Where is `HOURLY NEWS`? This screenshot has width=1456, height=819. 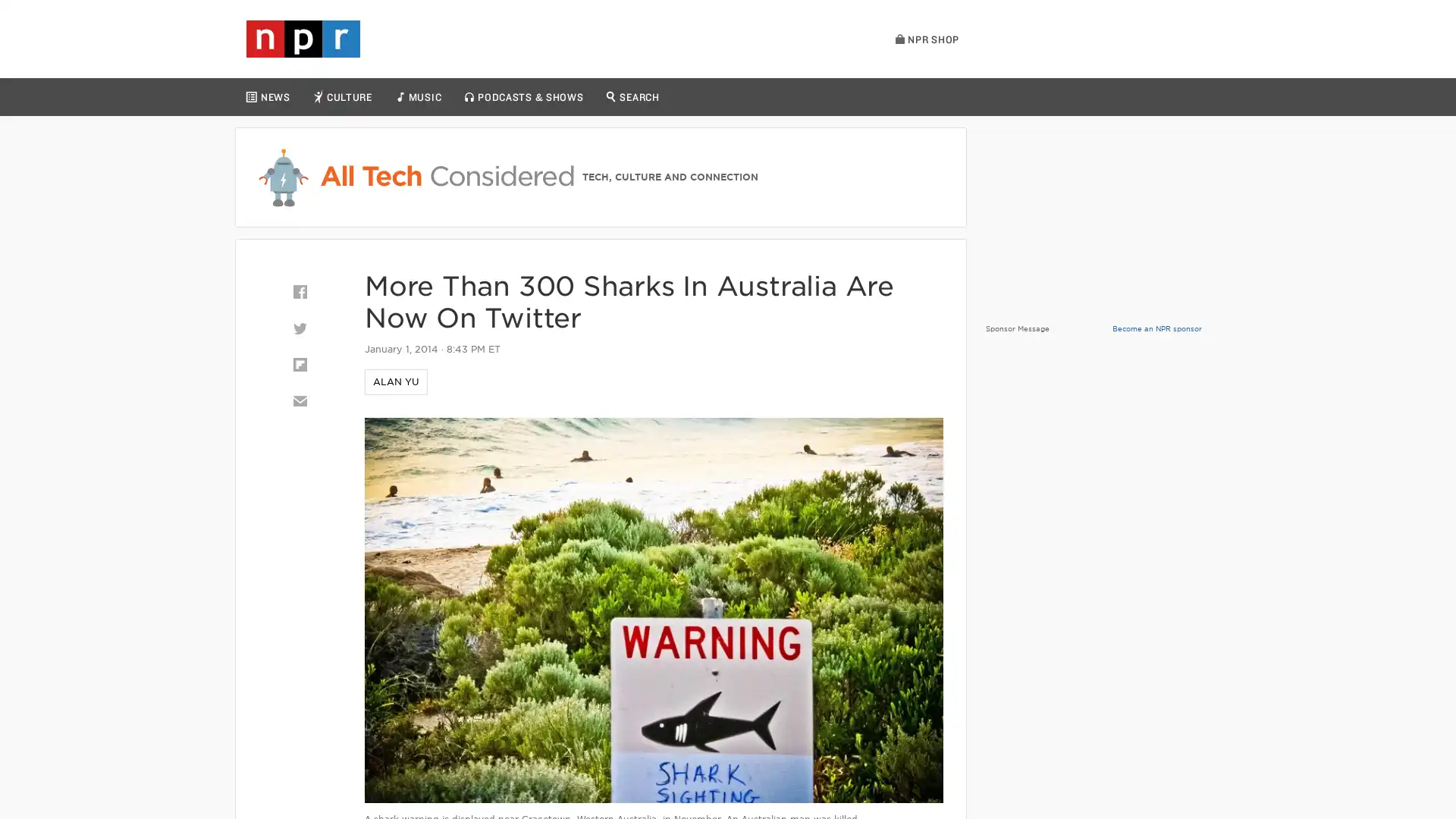 HOURLY NEWS is located at coordinates (1025, 97).